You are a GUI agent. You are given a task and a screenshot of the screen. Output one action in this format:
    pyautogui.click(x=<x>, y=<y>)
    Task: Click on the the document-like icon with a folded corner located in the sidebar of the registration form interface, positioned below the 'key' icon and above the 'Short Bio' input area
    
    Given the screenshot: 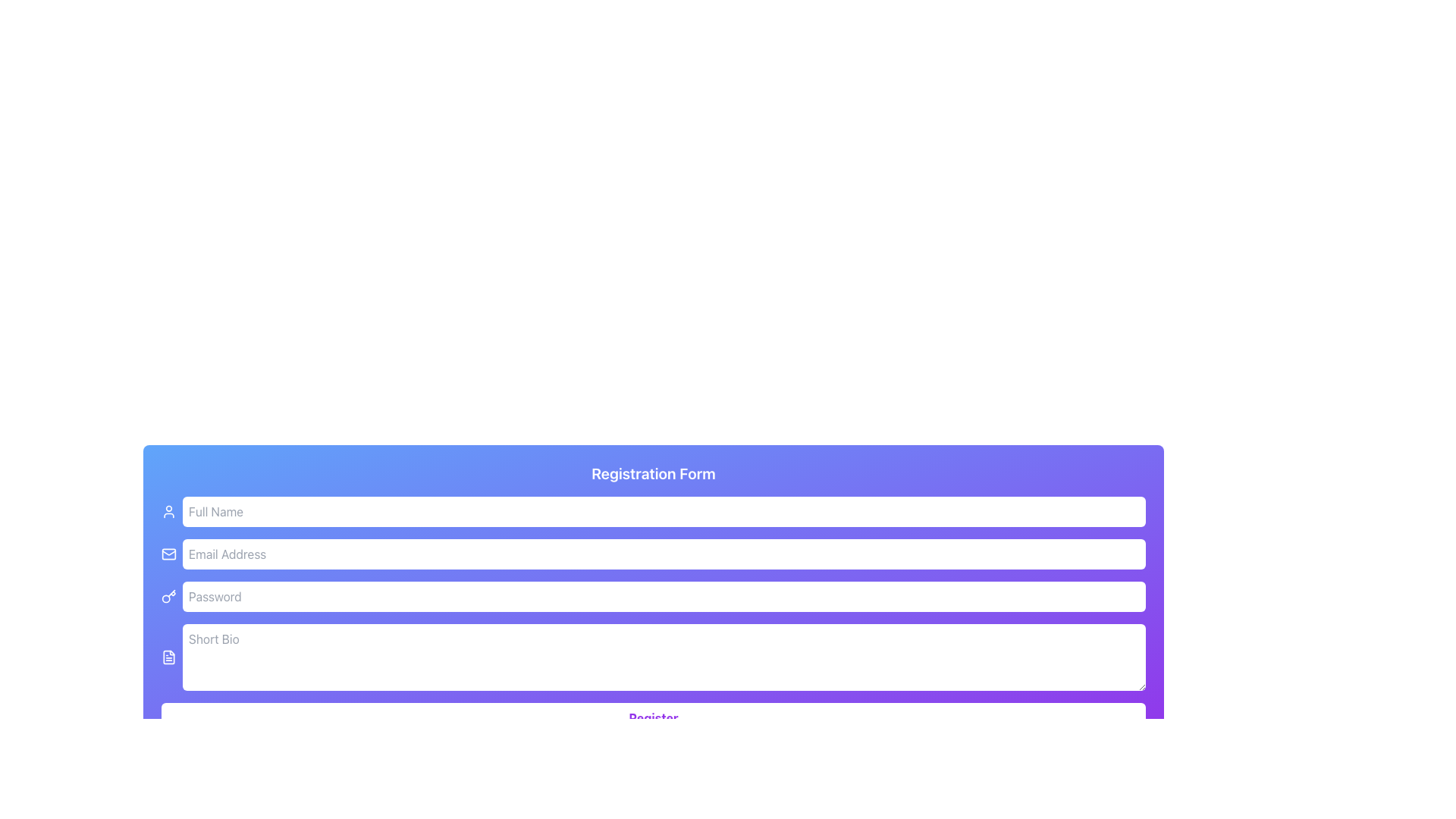 What is the action you would take?
    pyautogui.click(x=168, y=657)
    